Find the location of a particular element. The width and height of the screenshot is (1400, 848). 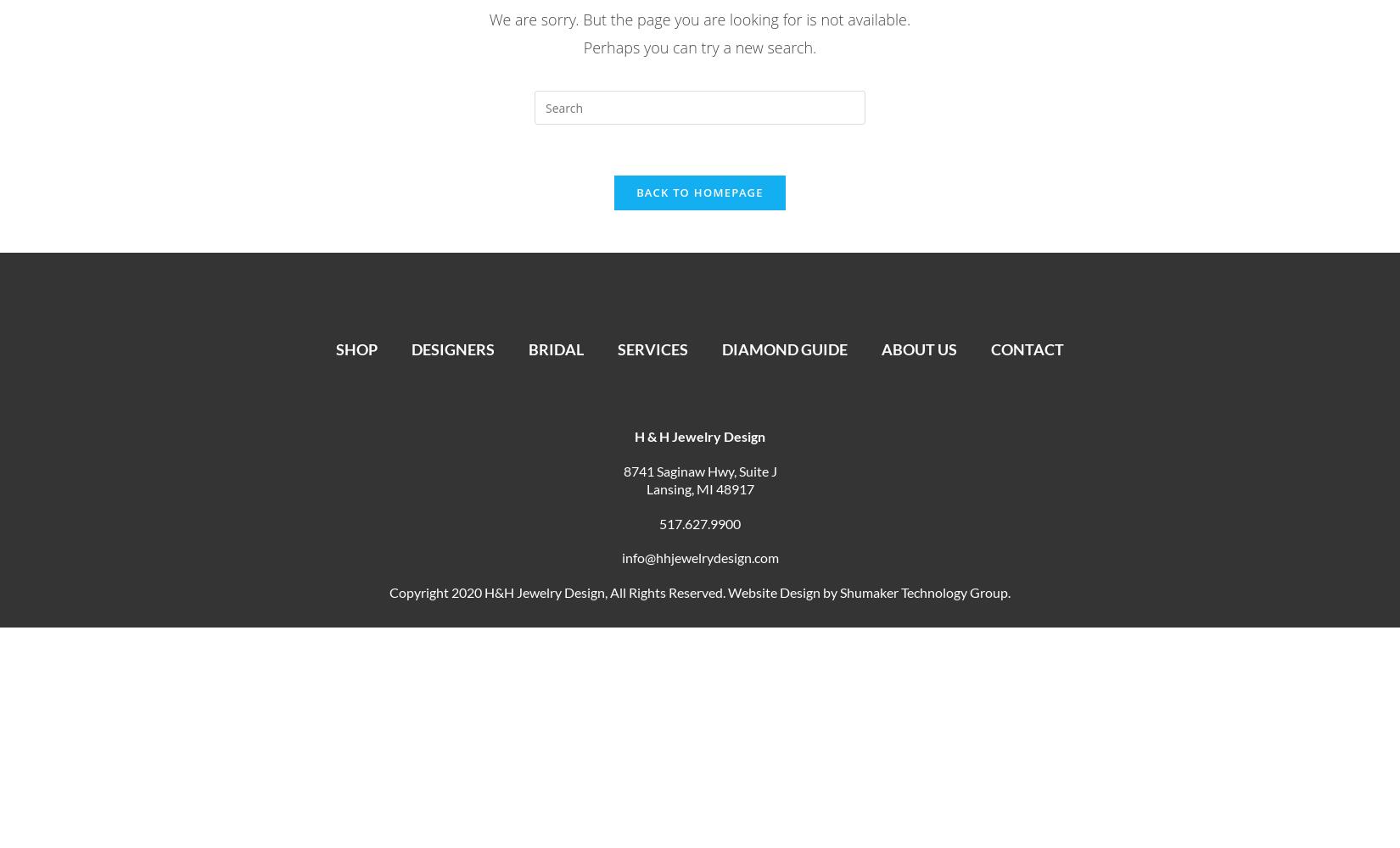

'8741 Saginaw Hwy, Suite J' is located at coordinates (621, 470).